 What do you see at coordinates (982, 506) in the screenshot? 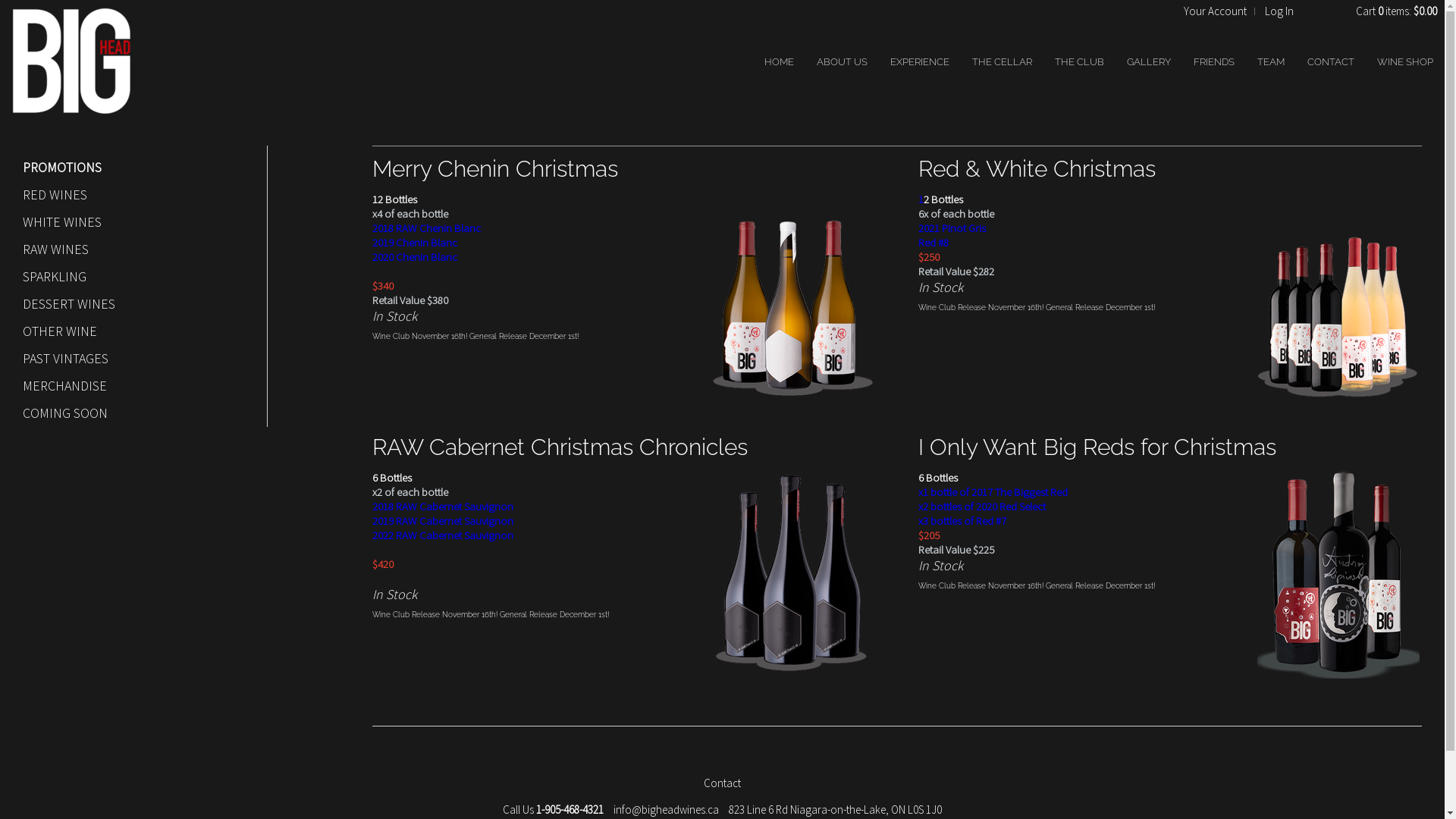
I see `'x2 bottles of 2020 Red Select'` at bounding box center [982, 506].